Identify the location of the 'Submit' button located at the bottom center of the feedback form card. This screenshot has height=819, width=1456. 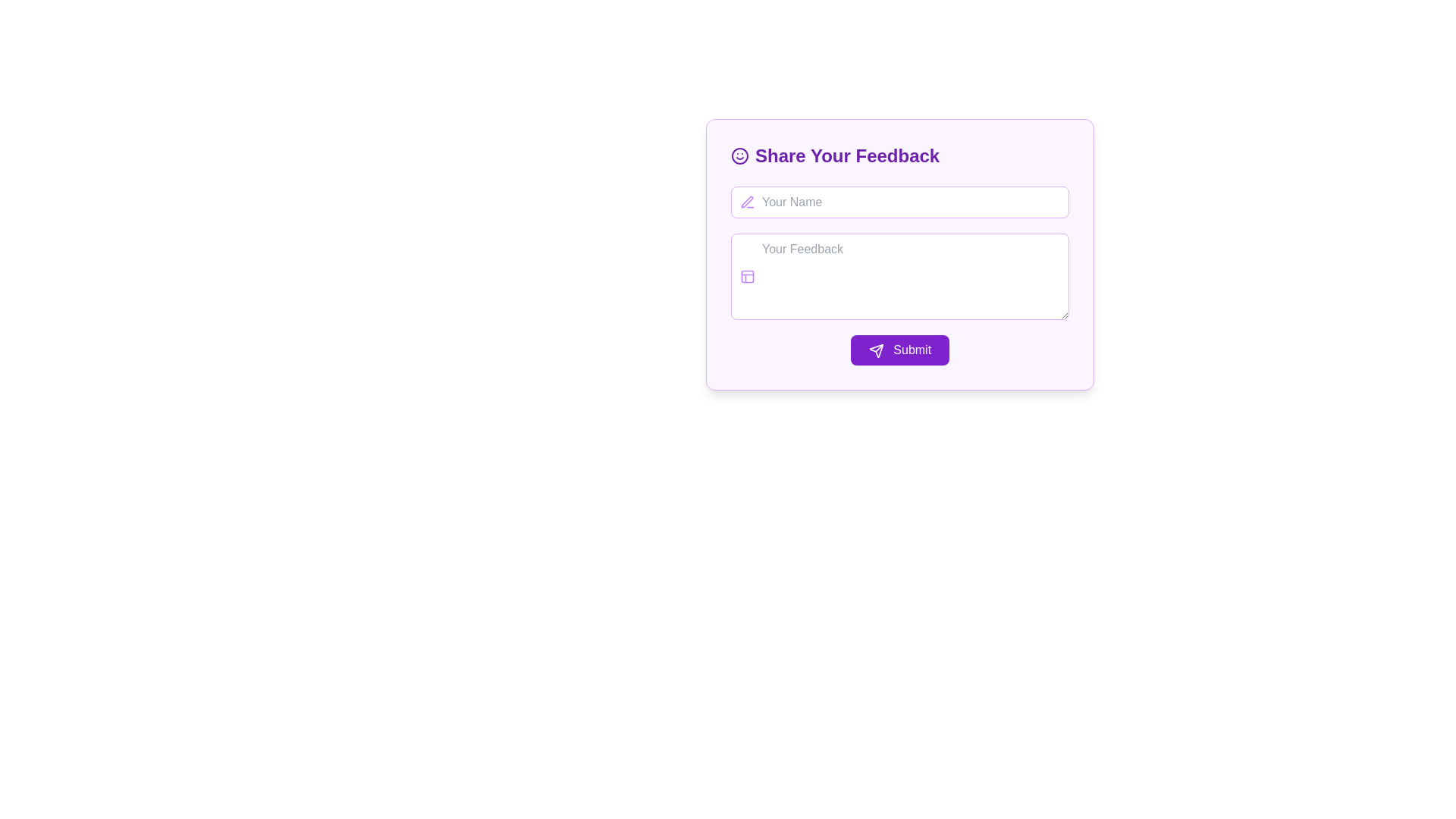
(876, 350).